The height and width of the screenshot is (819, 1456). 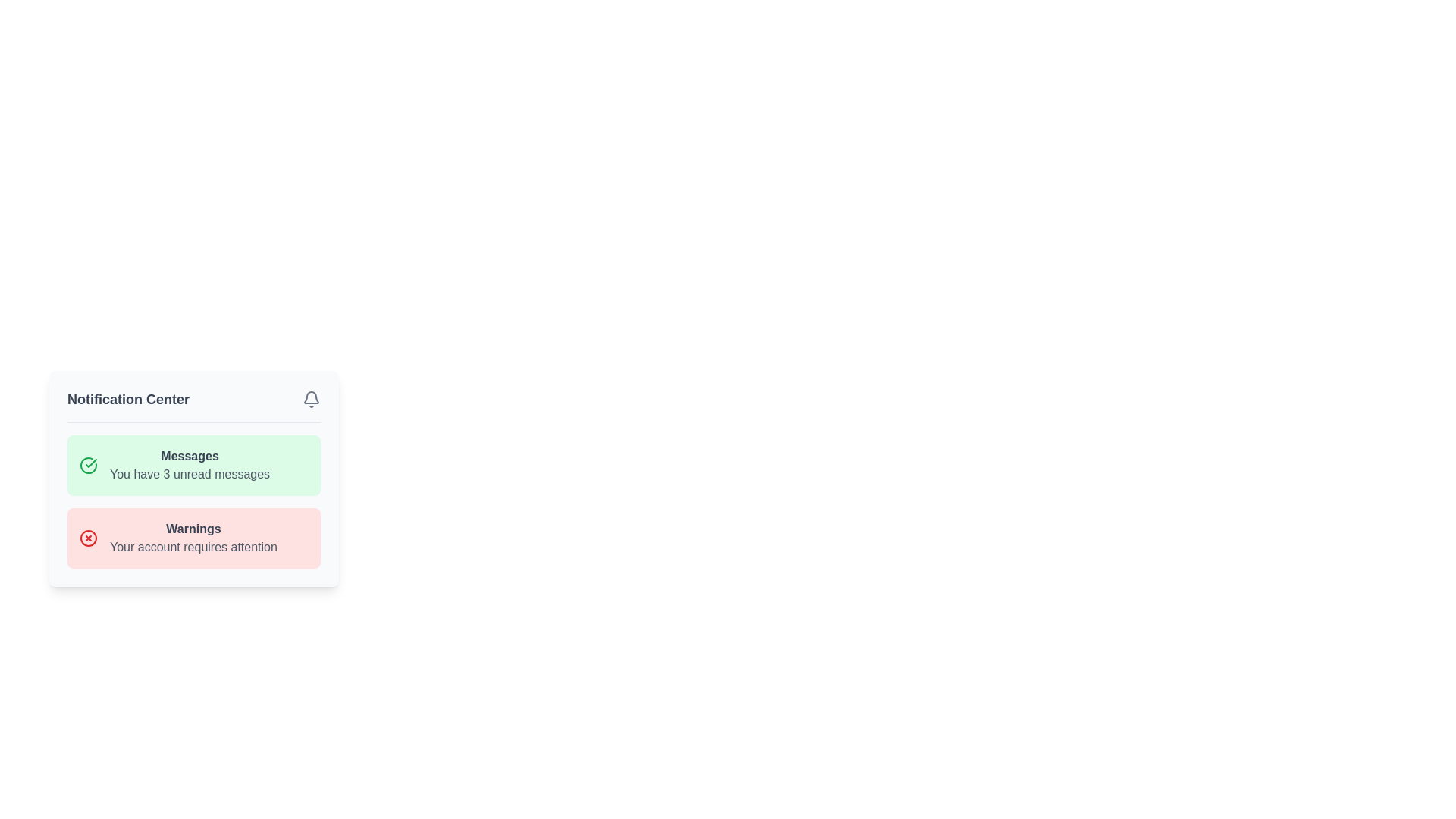 What do you see at coordinates (87, 537) in the screenshot?
I see `the alert icon located on the left-hand side of the 'Warnings' card in the notification center to signify the presence of an issue or required attention` at bounding box center [87, 537].